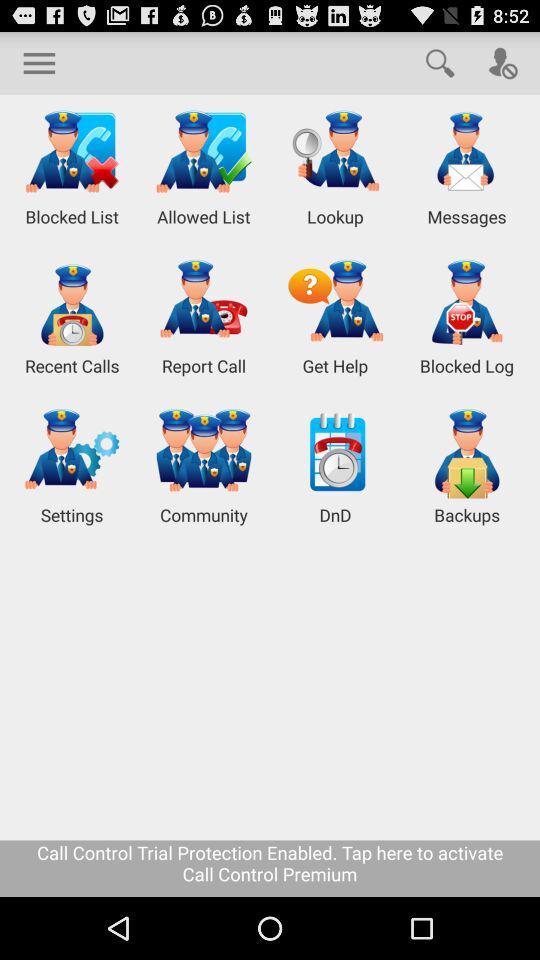  I want to click on search, so click(440, 62).